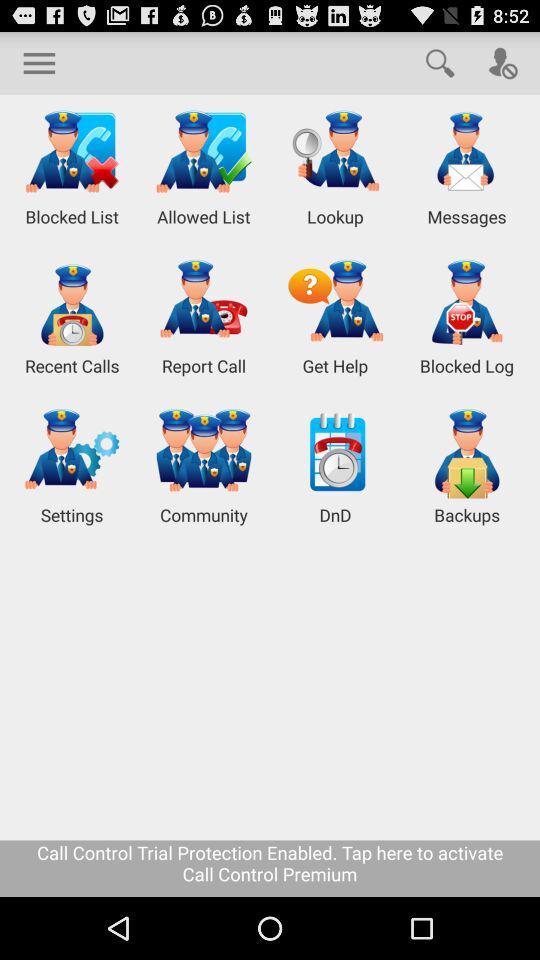  I want to click on search, so click(440, 62).